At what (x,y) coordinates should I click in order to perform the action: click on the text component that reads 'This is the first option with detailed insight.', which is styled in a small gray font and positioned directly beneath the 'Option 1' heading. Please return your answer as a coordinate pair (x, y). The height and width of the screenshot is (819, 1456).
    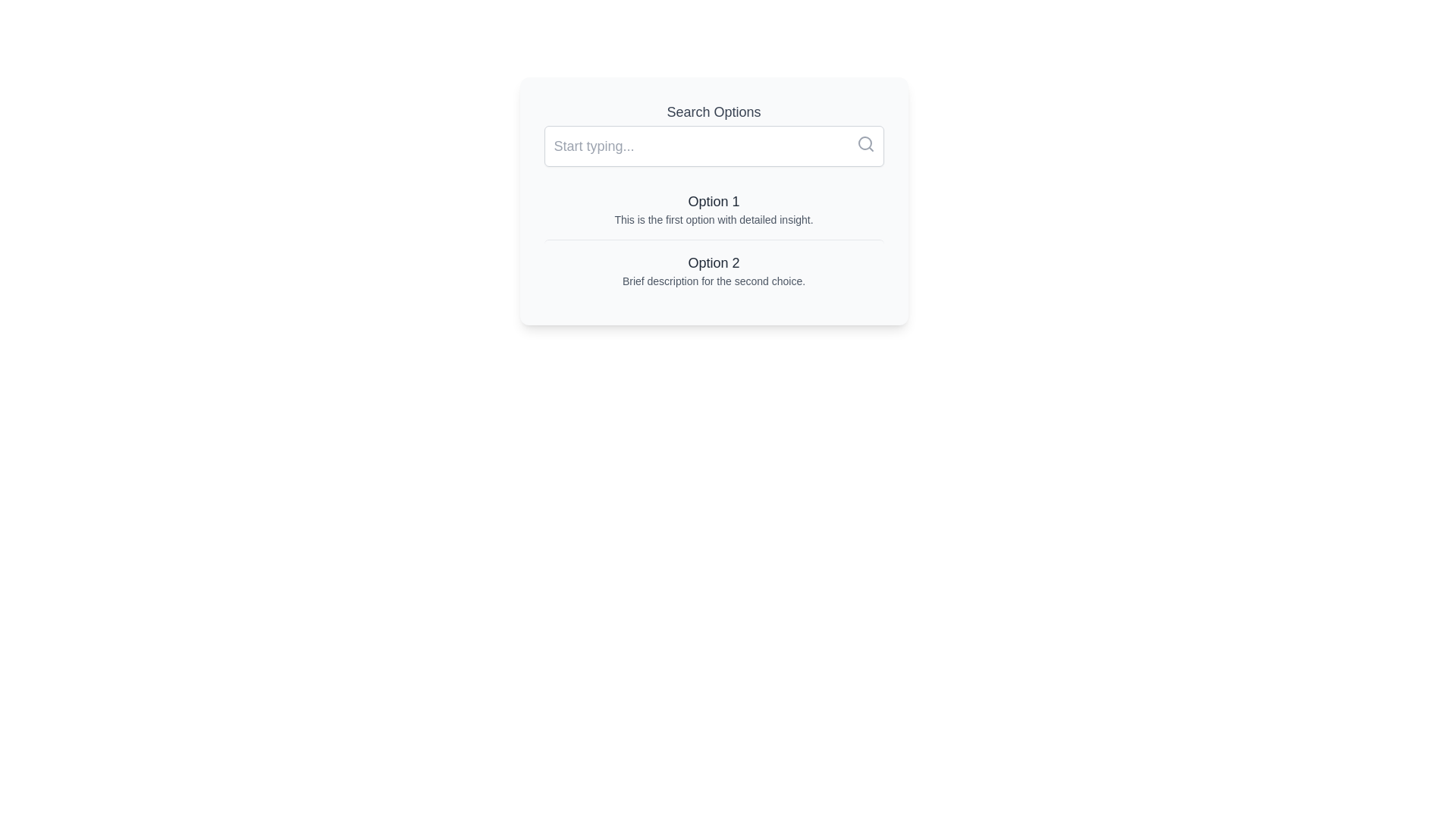
    Looking at the image, I should click on (713, 219).